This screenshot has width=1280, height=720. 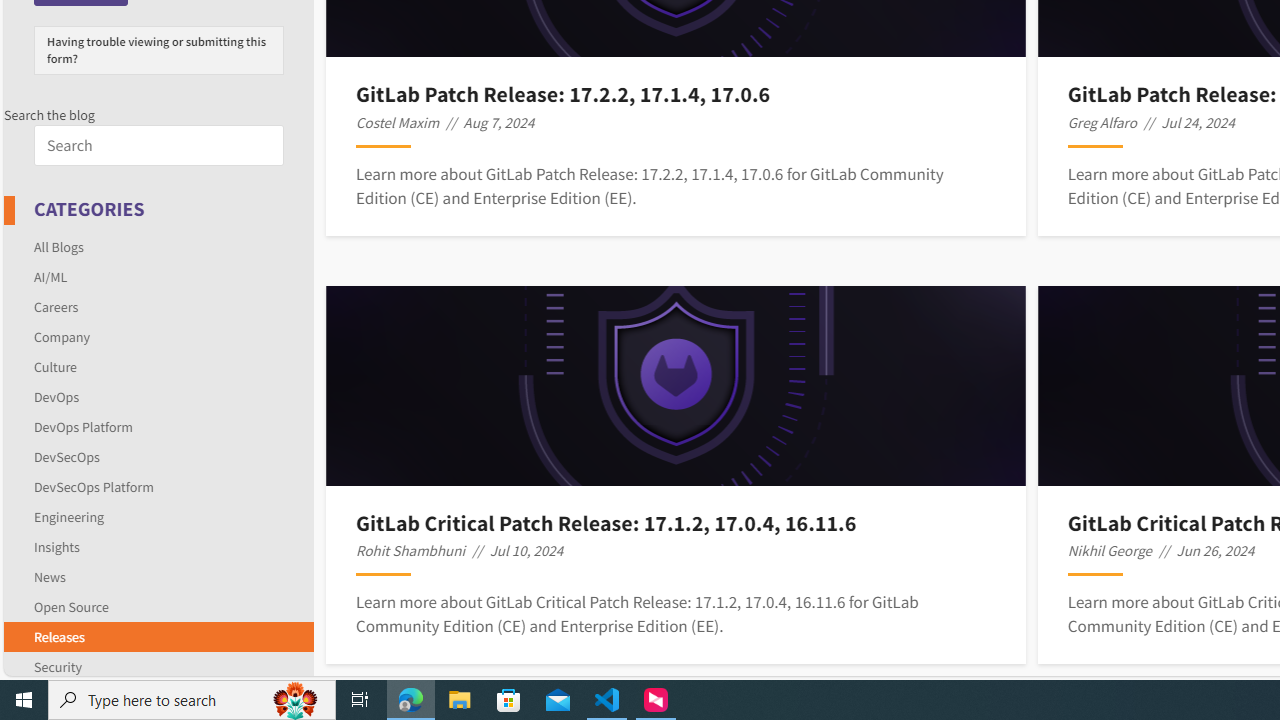 I want to click on 'Releases', so click(x=59, y=636).